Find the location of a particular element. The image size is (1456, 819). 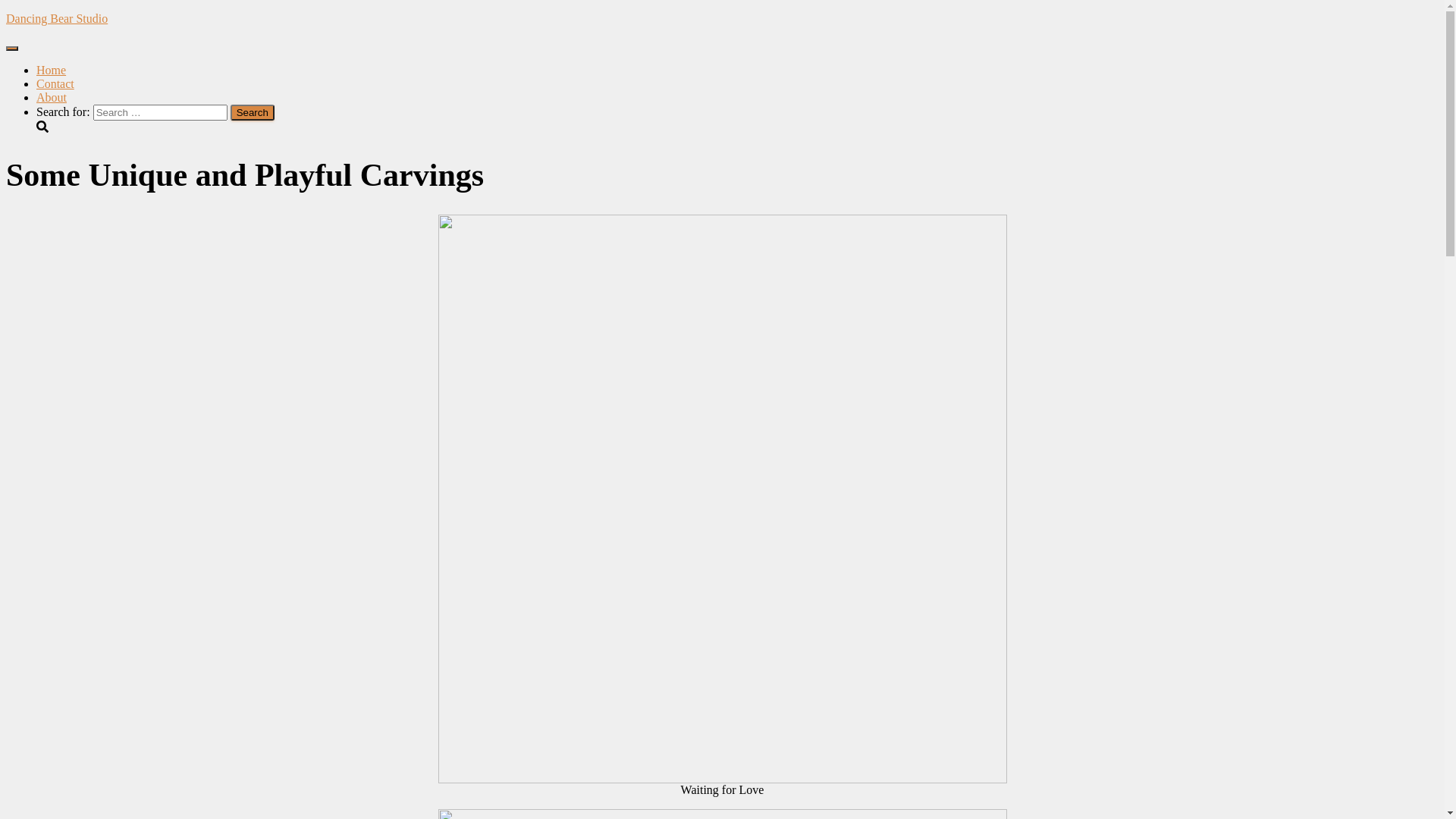

'Toggle Navigation' is located at coordinates (11, 48).